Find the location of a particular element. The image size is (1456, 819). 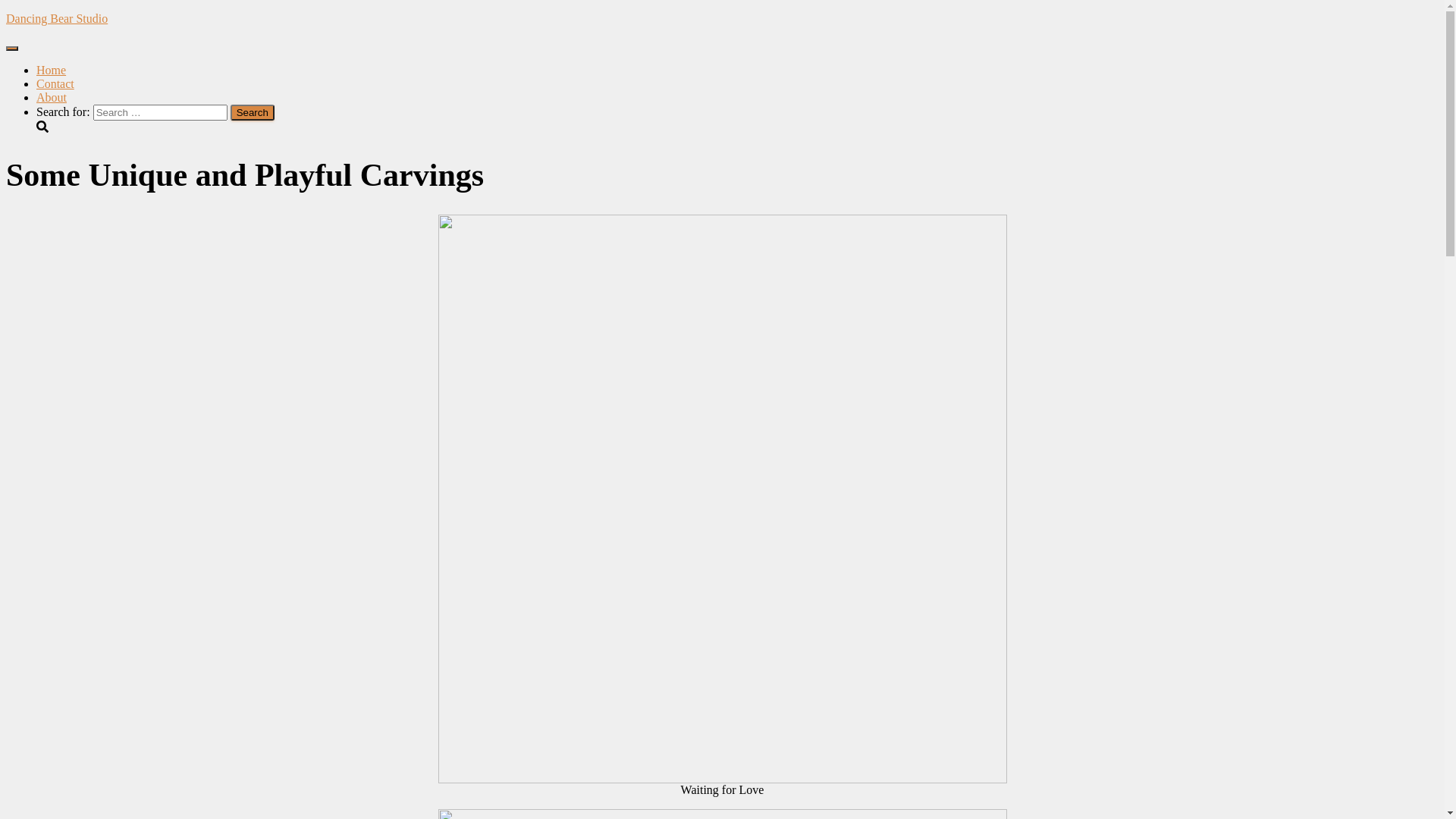

'Toggle Navigation' is located at coordinates (11, 48).